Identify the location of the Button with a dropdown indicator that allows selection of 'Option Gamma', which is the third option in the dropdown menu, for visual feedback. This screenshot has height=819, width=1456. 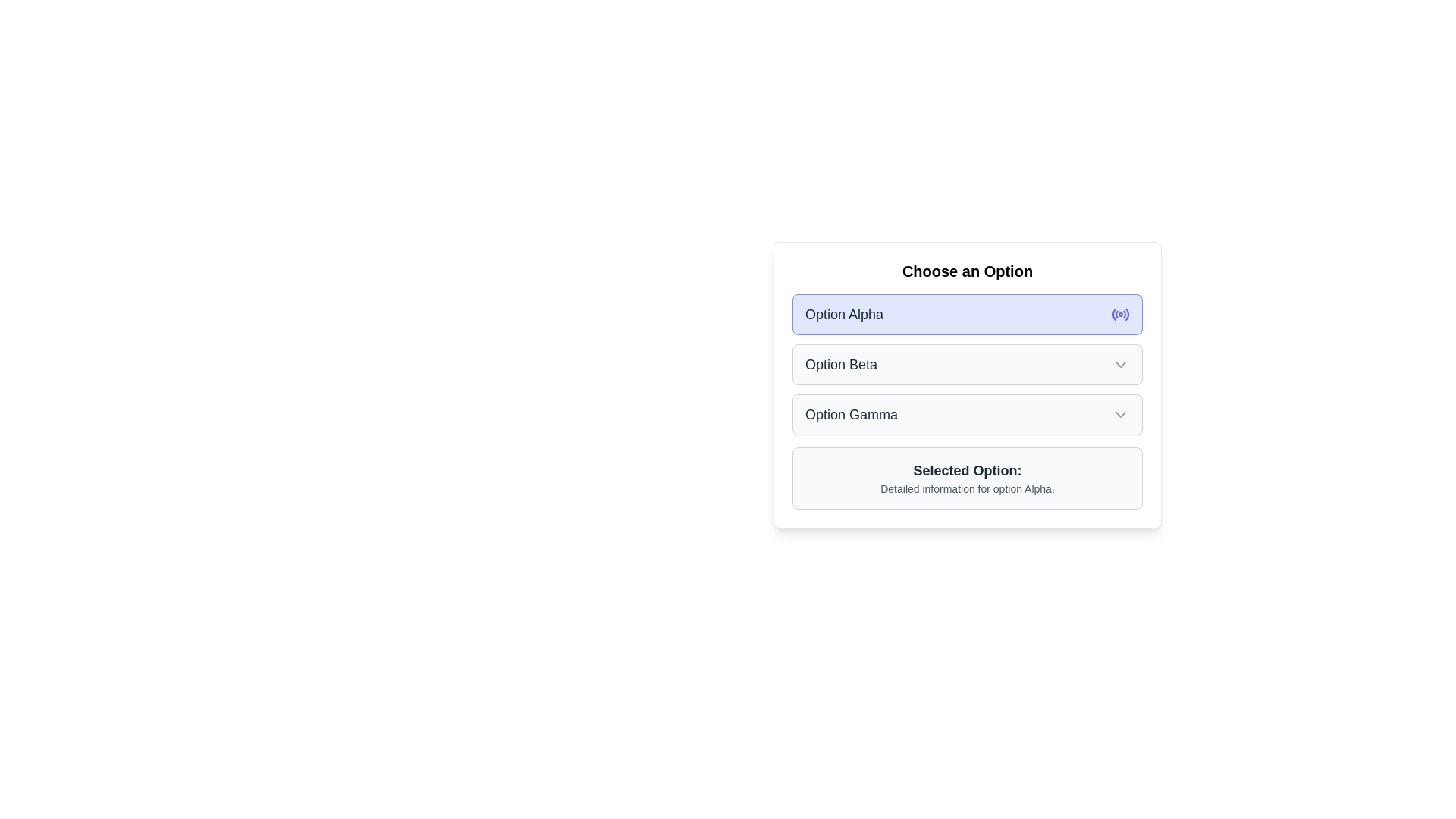
(967, 415).